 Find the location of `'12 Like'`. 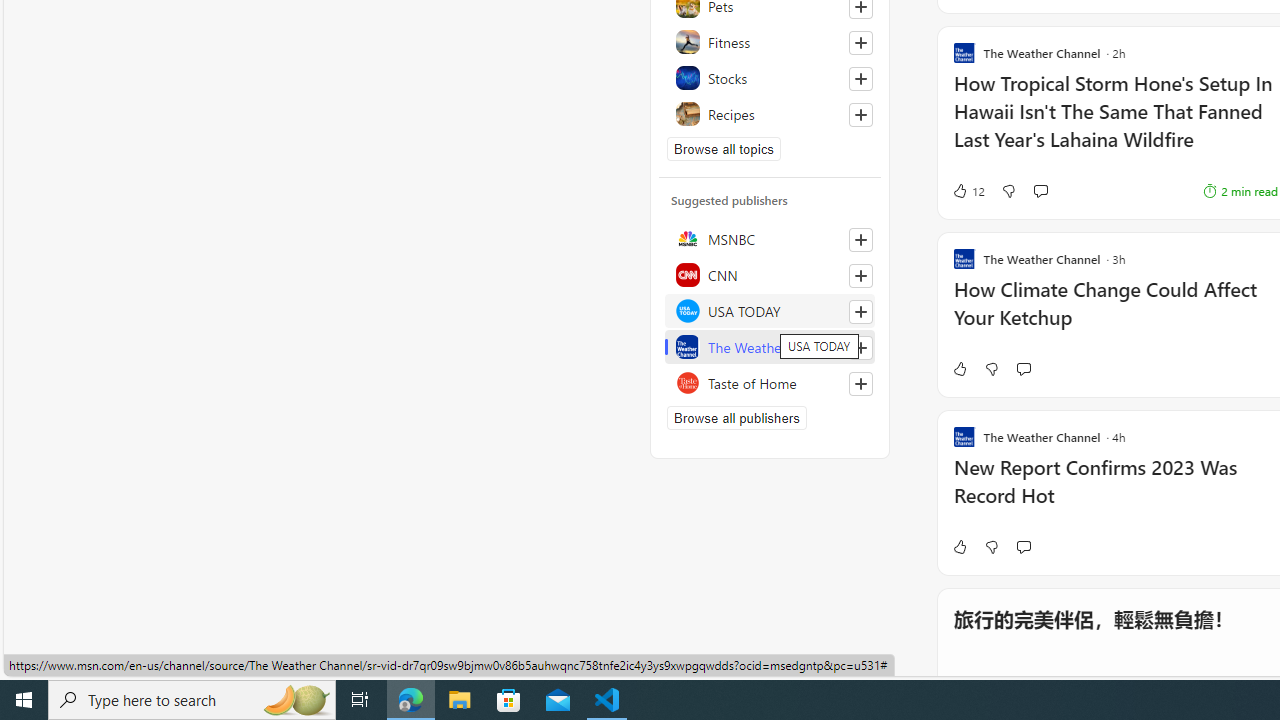

'12 Like' is located at coordinates (968, 191).